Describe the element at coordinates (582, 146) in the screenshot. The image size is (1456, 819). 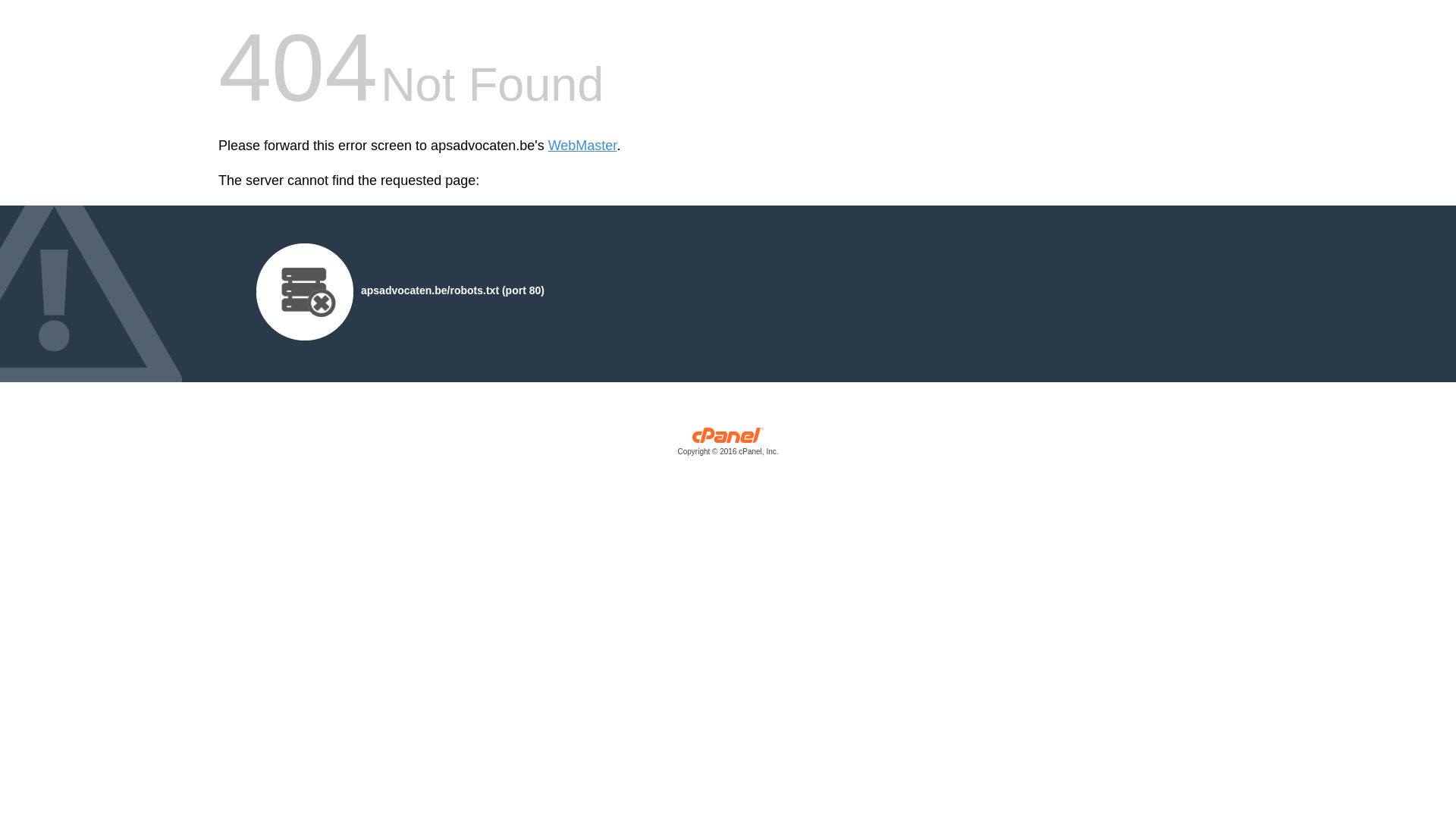
I see `'WebMaster'` at that location.